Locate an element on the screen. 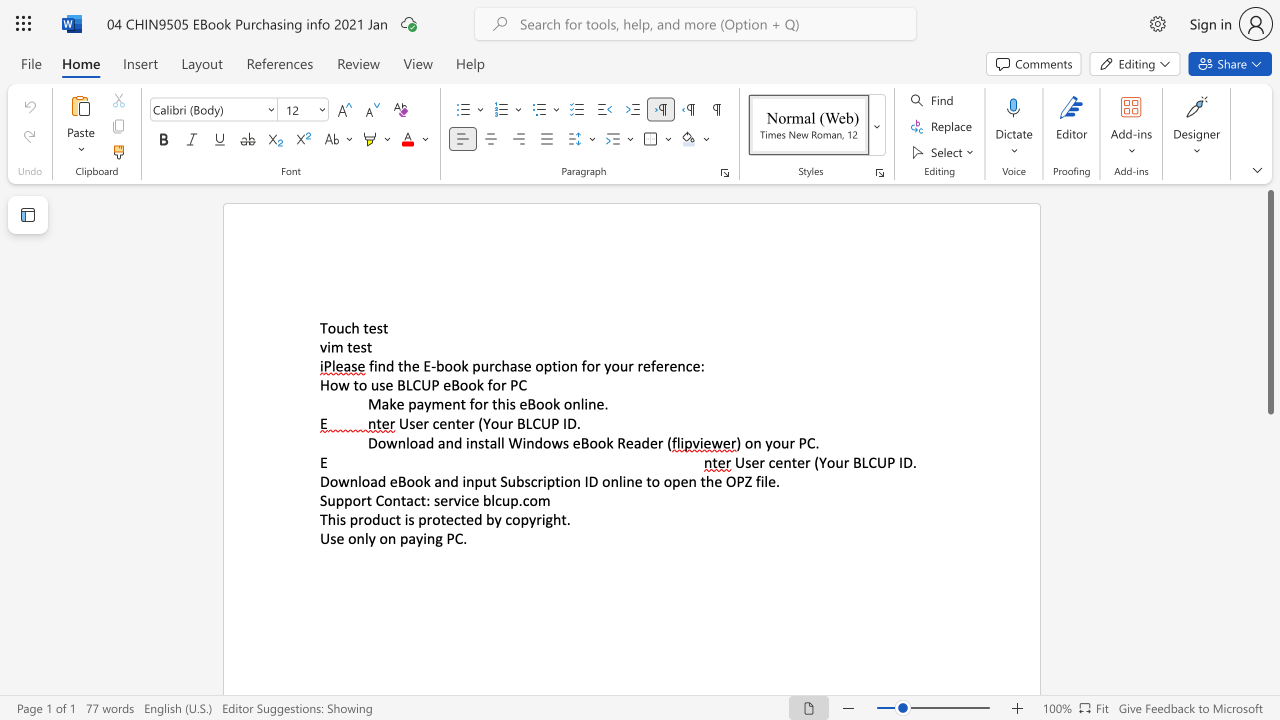  the 1th character "C" in the text is located at coordinates (811, 442).